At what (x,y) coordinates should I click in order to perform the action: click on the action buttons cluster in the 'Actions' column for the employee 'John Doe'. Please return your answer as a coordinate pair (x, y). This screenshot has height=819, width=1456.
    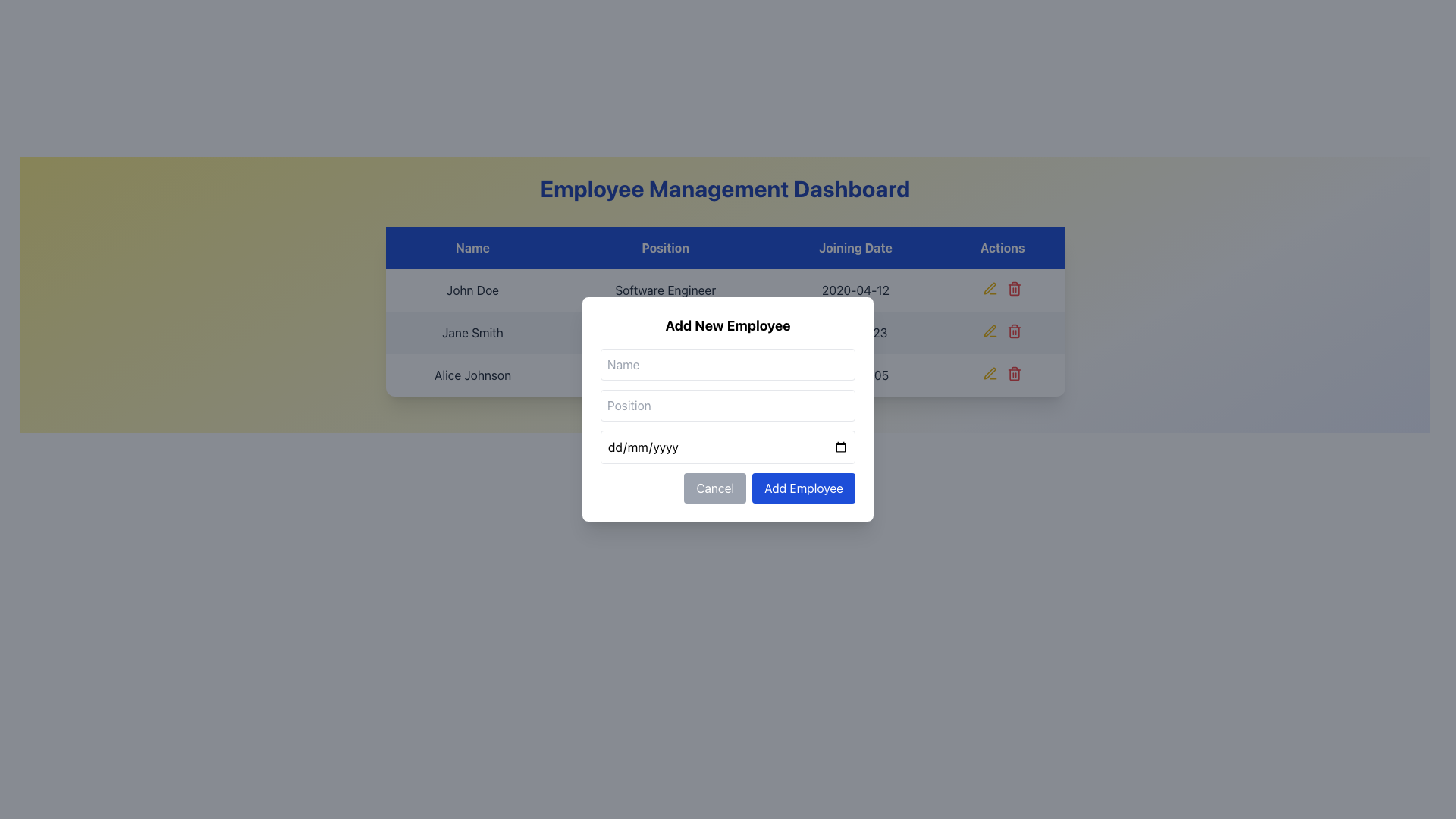
    Looking at the image, I should click on (1003, 289).